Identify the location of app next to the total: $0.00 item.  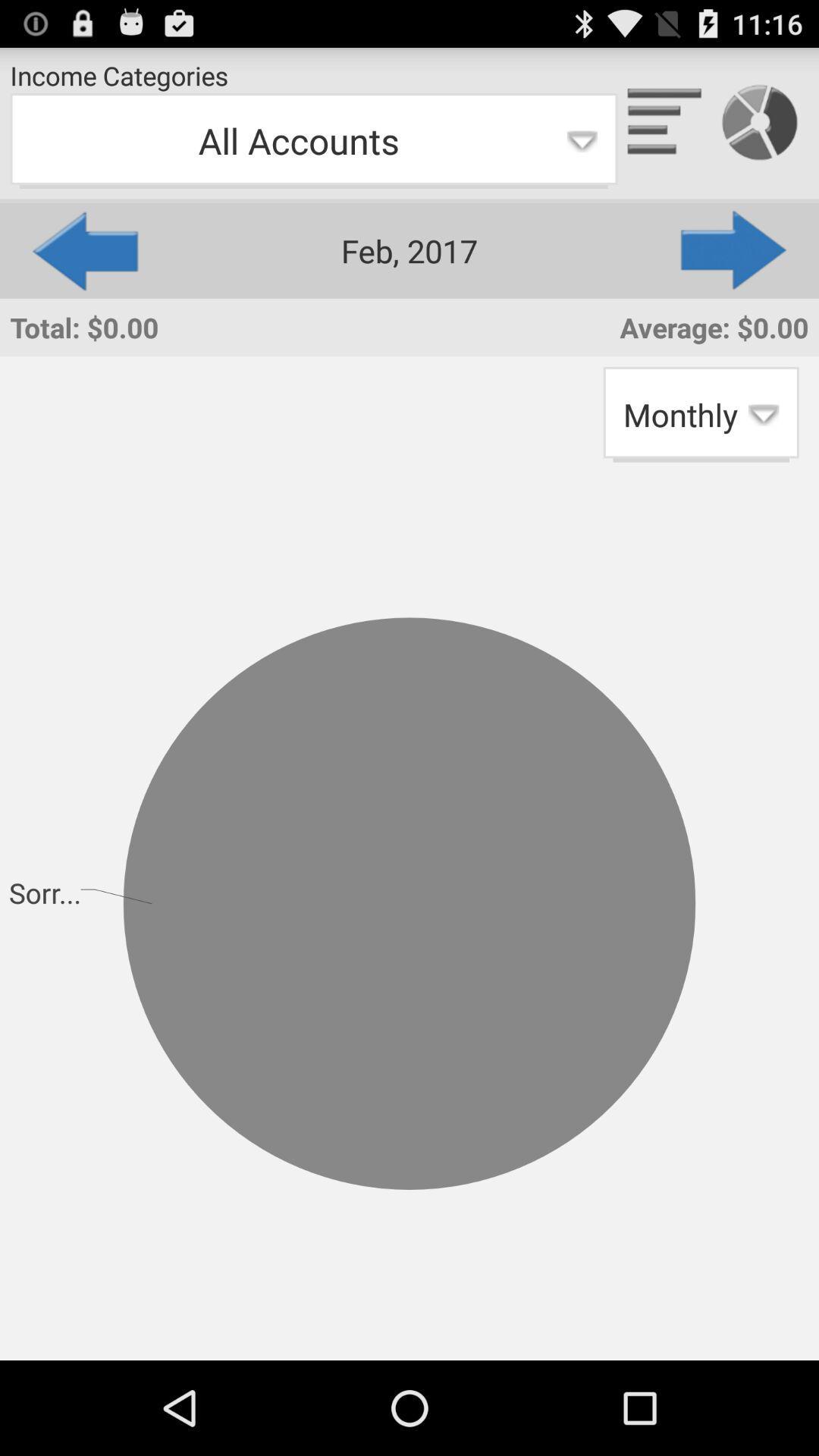
(701, 414).